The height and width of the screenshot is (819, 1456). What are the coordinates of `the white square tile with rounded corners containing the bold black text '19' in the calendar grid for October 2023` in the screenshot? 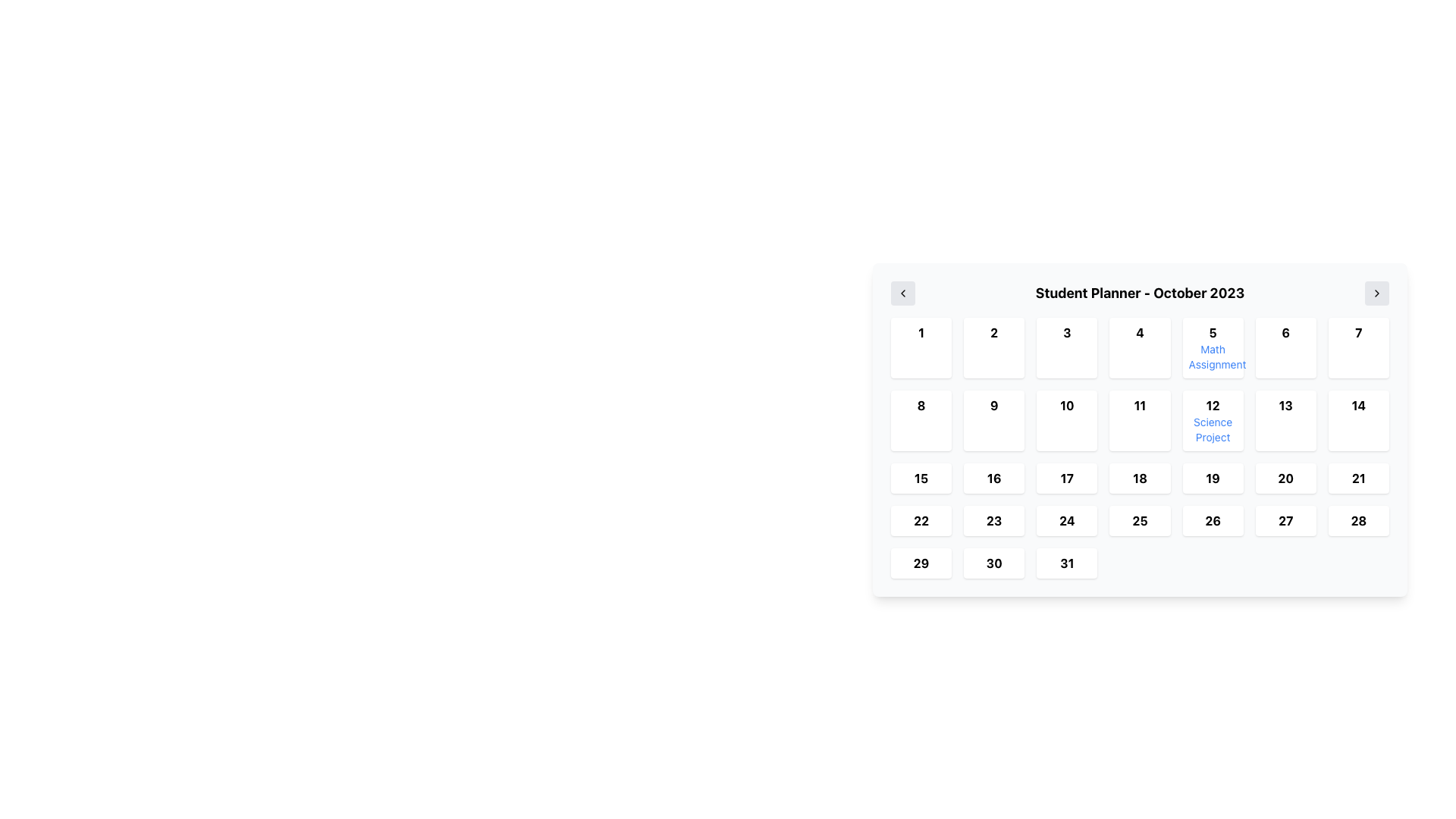 It's located at (1212, 479).